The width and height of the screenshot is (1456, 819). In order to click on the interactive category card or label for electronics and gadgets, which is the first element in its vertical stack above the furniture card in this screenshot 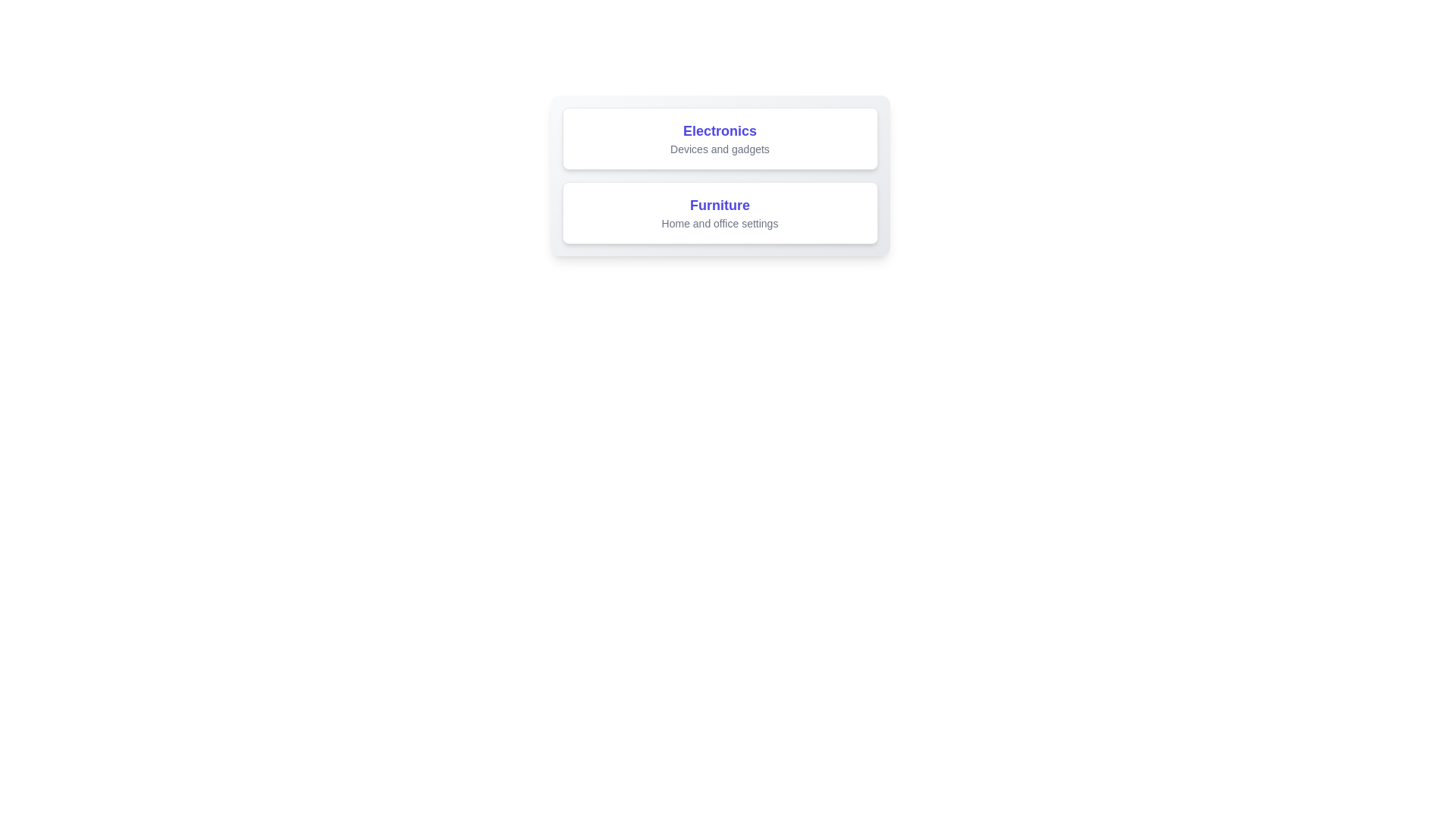, I will do `click(719, 138)`.